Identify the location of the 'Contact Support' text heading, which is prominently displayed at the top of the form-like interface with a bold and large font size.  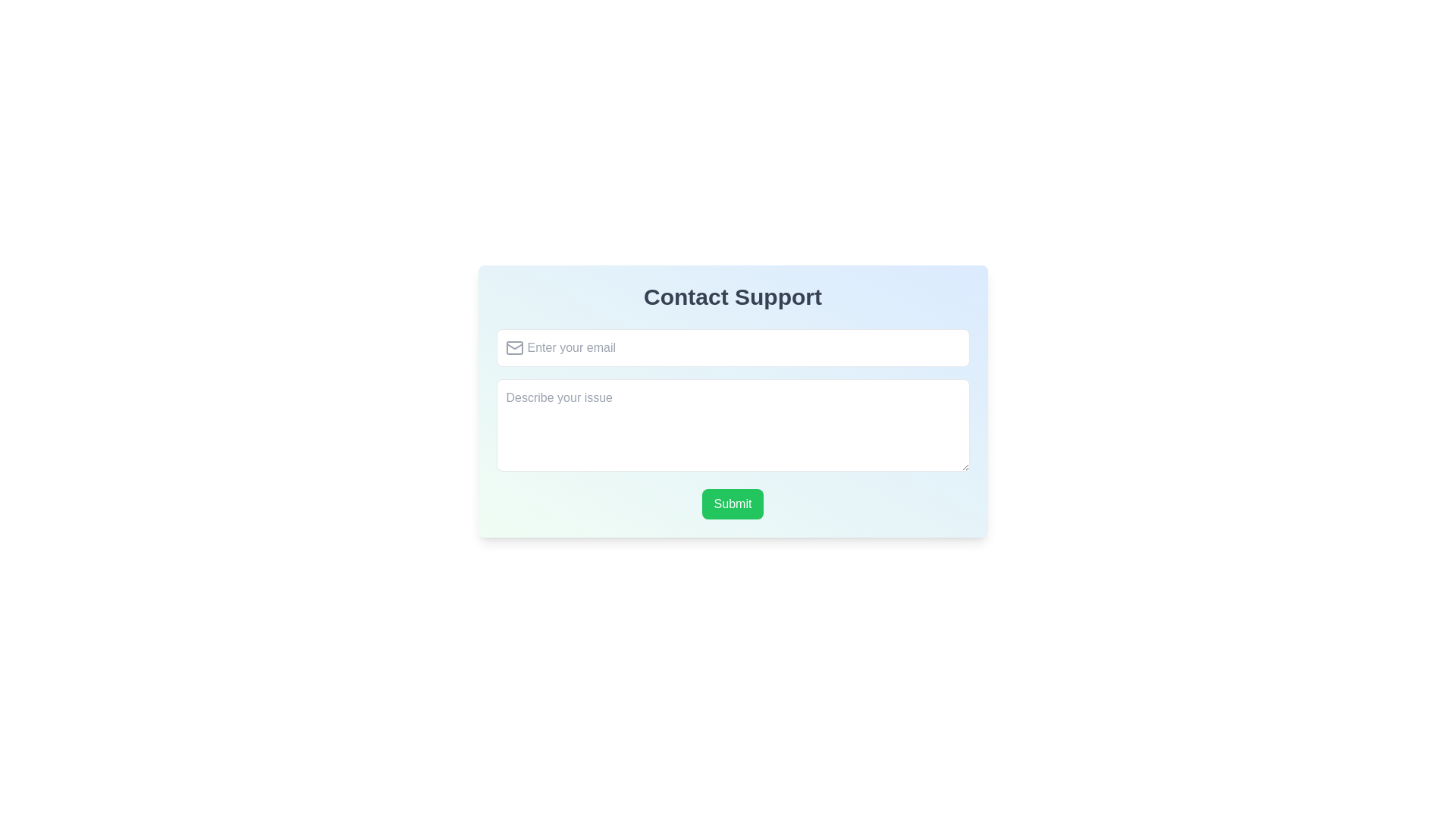
(733, 297).